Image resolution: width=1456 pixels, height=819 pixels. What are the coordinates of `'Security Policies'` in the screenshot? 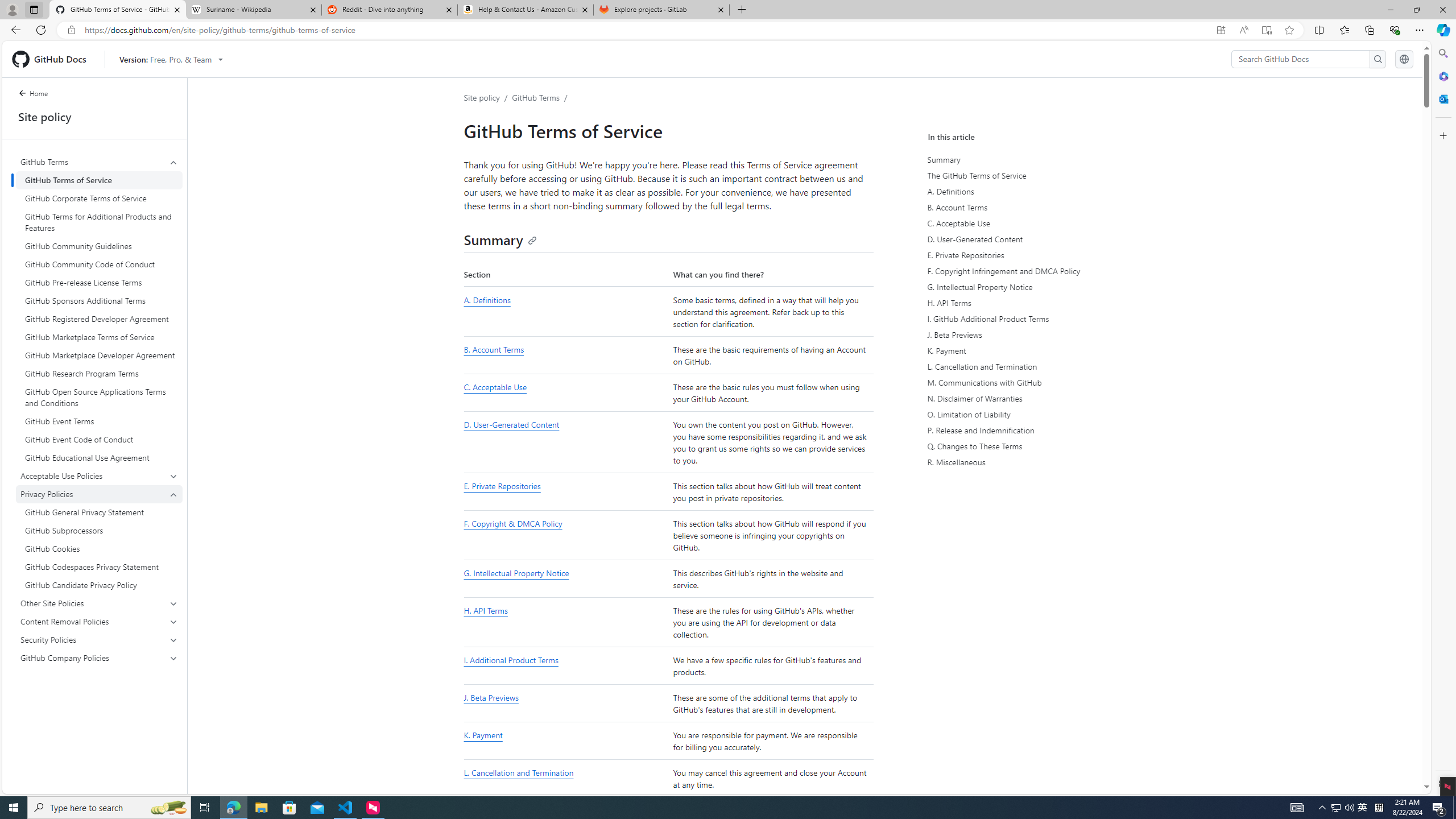 It's located at (99, 639).